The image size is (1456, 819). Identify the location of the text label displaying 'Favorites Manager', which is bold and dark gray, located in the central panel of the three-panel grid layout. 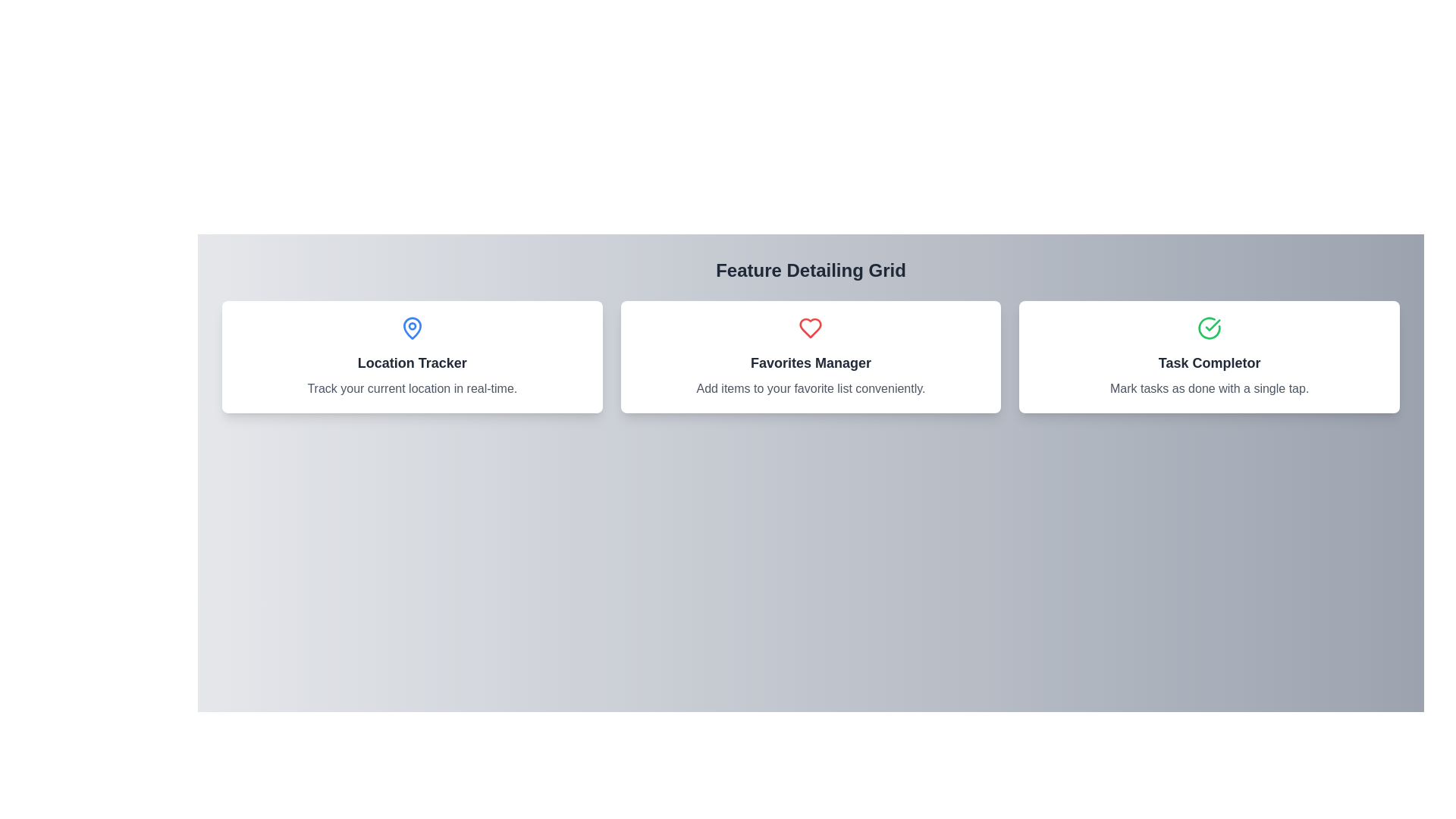
(810, 362).